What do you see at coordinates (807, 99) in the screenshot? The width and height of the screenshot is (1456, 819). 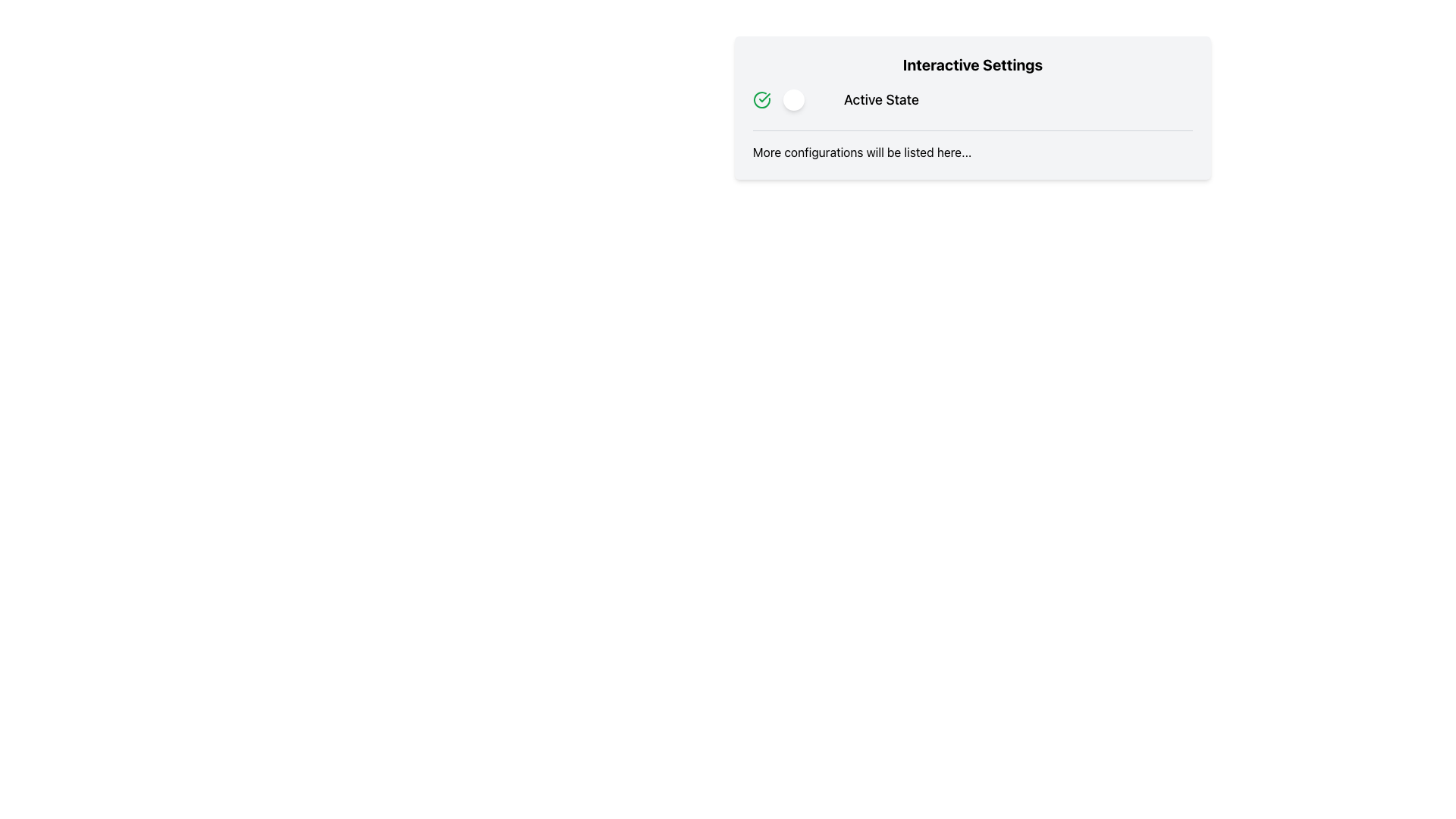 I see `the Toggle Switch for the 'Active State' feature` at bounding box center [807, 99].